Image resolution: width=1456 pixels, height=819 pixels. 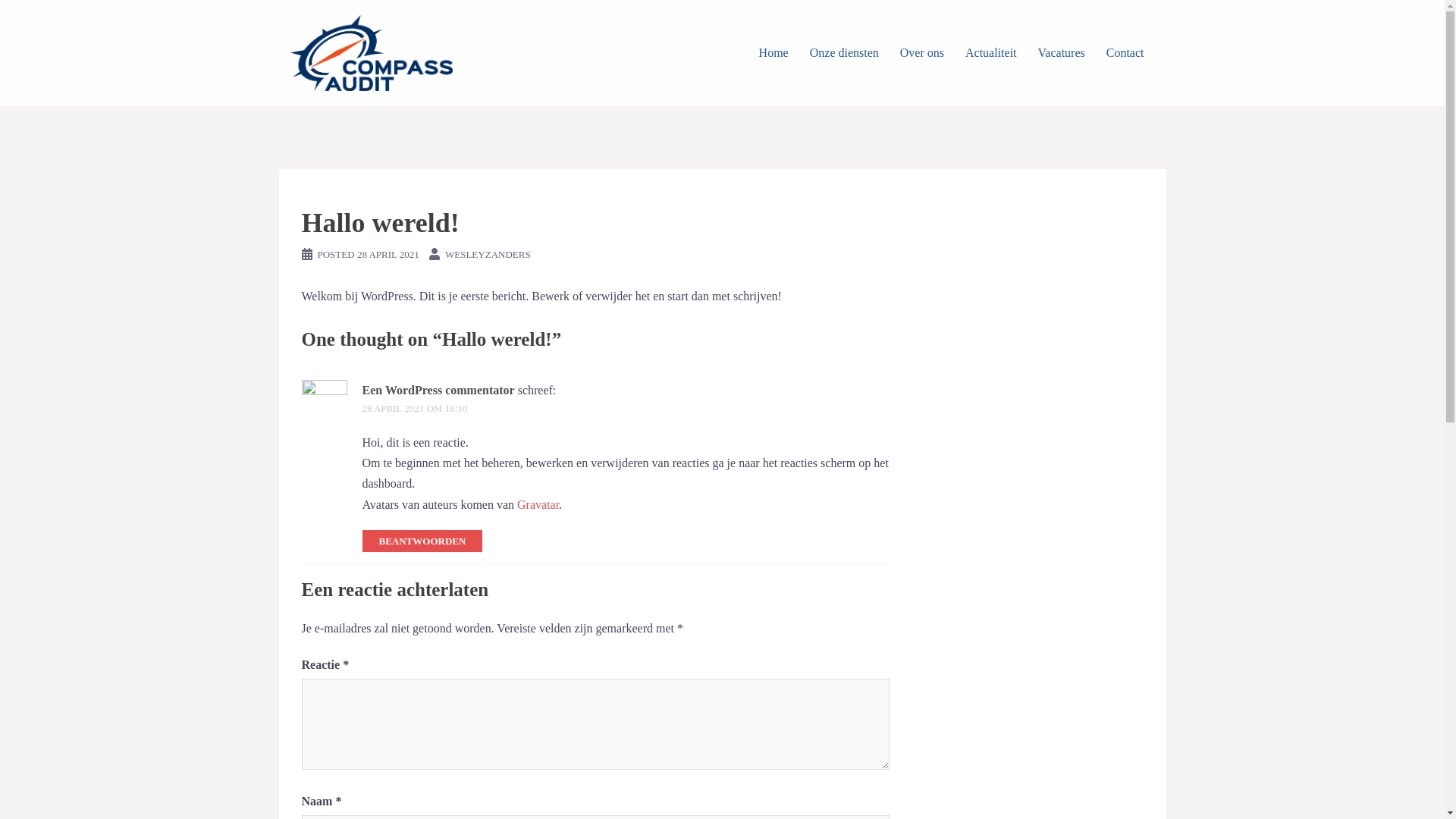 What do you see at coordinates (415, 407) in the screenshot?
I see `'28 APRIL 2021 OM 18:10'` at bounding box center [415, 407].